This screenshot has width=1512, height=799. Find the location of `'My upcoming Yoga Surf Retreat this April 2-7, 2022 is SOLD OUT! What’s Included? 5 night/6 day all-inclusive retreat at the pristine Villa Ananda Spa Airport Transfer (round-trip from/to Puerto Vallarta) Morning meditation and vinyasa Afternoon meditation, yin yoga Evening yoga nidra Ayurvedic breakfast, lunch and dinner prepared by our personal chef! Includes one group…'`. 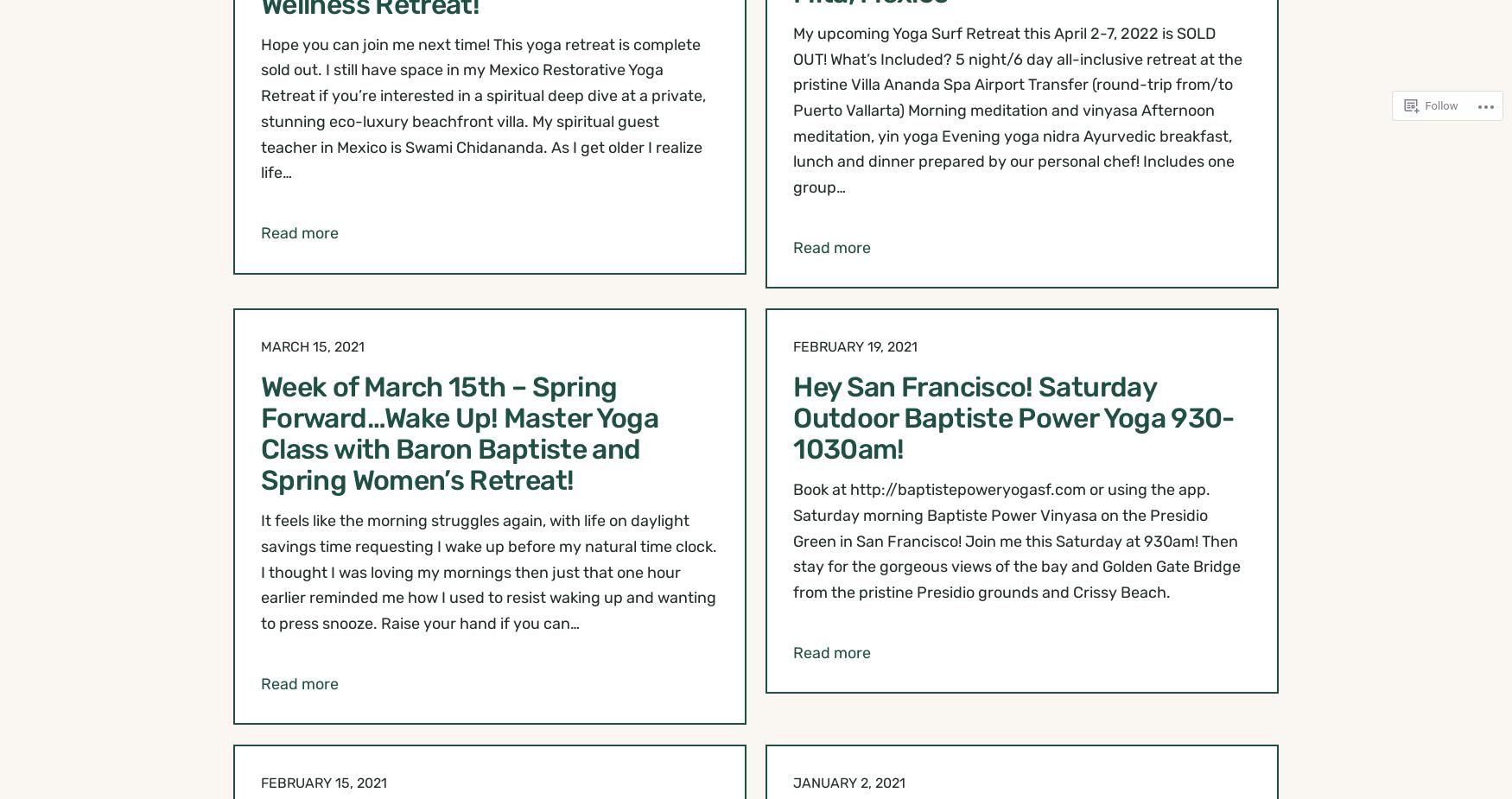

'My upcoming Yoga Surf Retreat this April 2-7, 2022 is SOLD OUT! What’s Included? 5 night/6 day all-inclusive retreat at the pristine Villa Ananda Spa Airport Transfer (round-trip from/to Puerto Vallarta) Morning meditation and vinyasa Afternoon meditation, yin yoga Evening yoga nidra Ayurvedic breakfast, lunch and dinner prepared by our personal chef! Includes one group…' is located at coordinates (1016, 109).